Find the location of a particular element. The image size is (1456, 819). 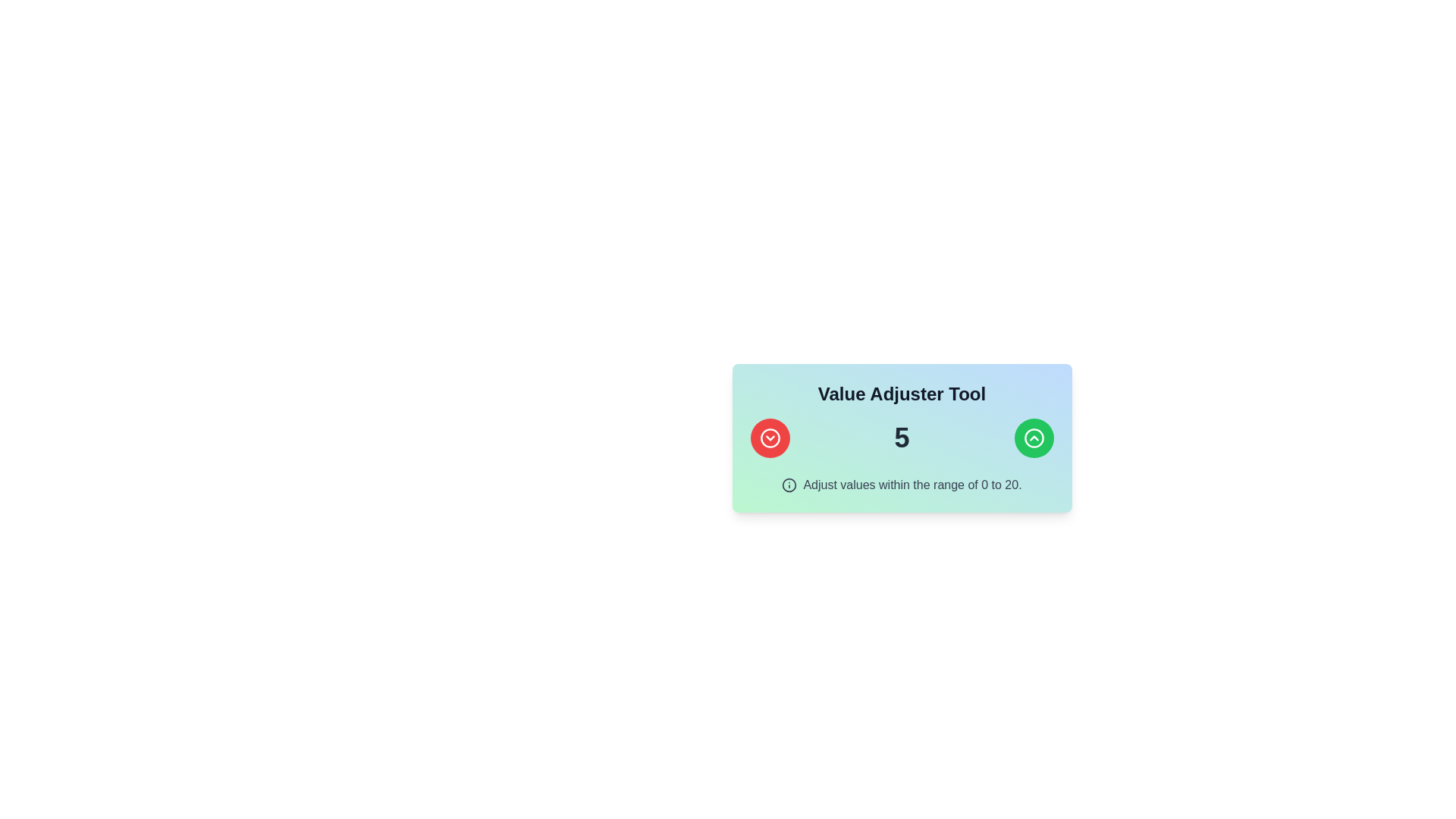

the bold, large font-sized number '5' displayed in dark gray, which is centrally located between a red button with a downwards arrow and a green button with an upwards arrow in the 'Value Adjuster Tool' interface is located at coordinates (902, 438).